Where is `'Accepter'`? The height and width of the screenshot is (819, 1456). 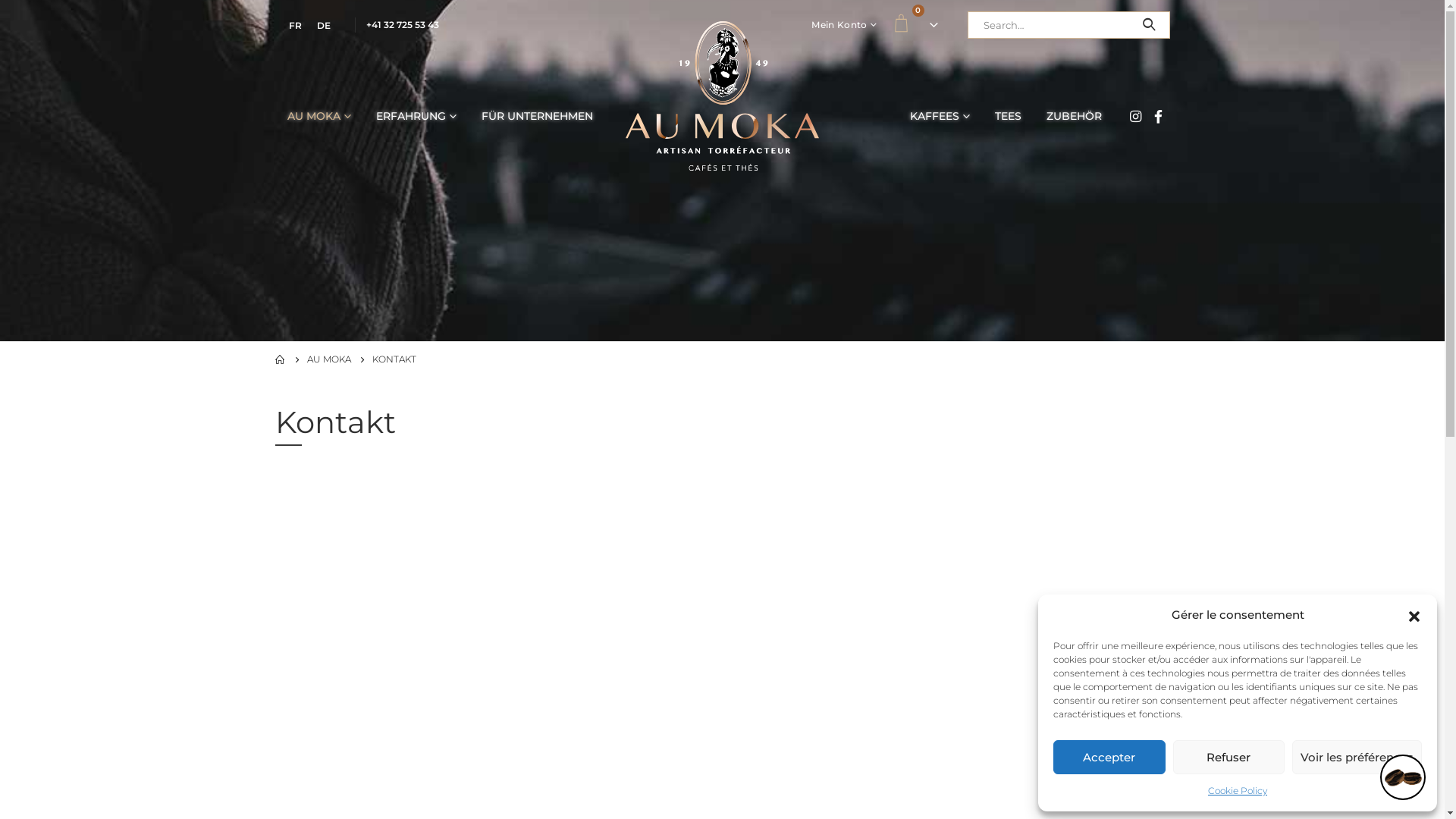
'Accepter' is located at coordinates (1052, 757).